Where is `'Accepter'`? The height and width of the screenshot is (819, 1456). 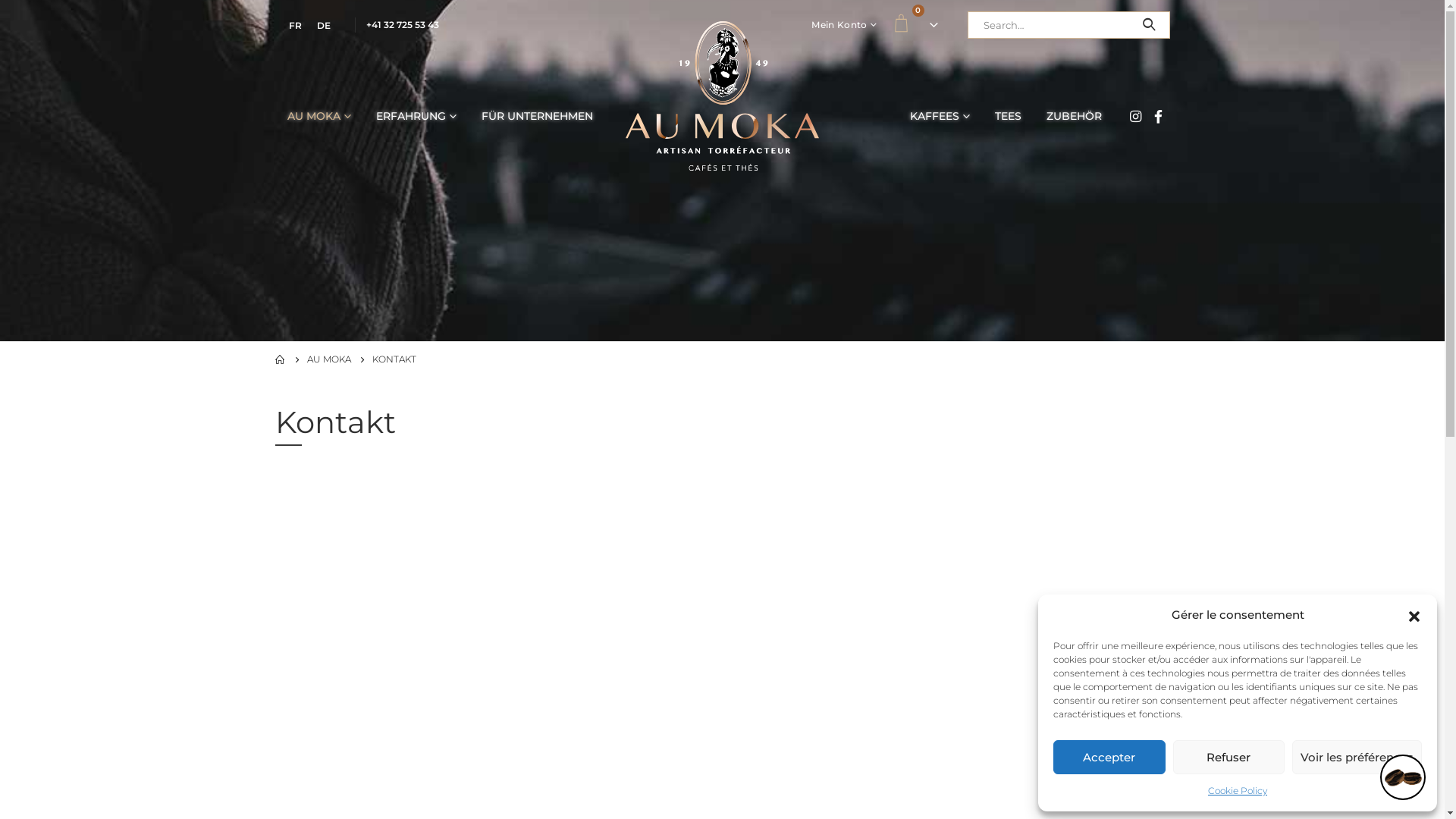
'Accepter' is located at coordinates (1052, 757).